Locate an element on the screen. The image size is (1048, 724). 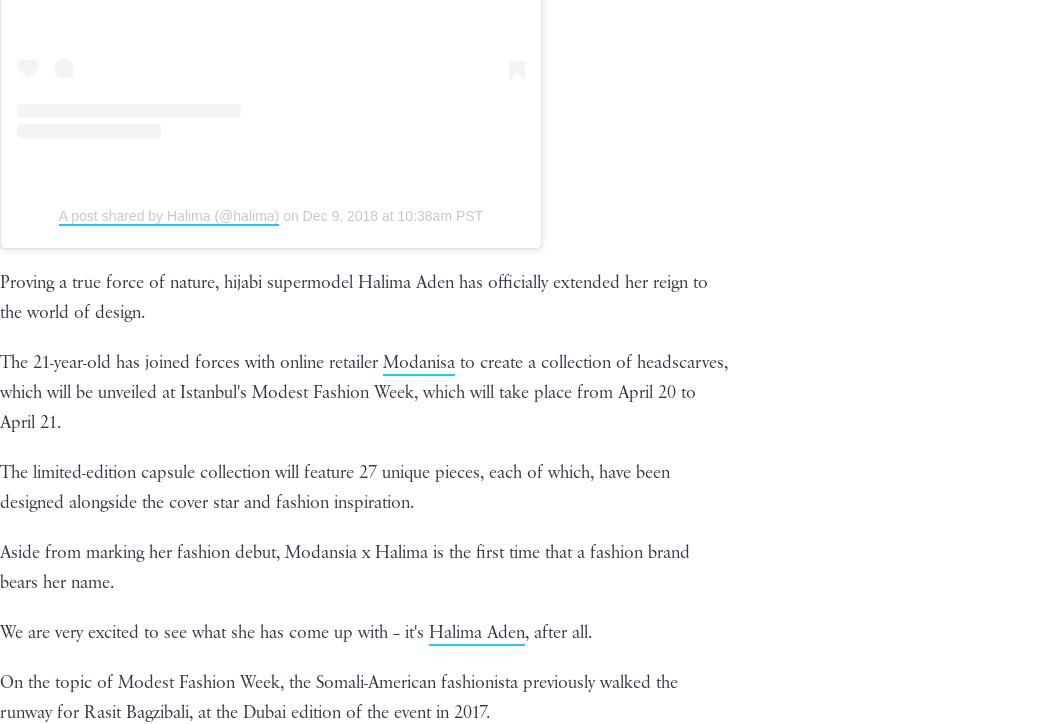
'The 21-year-old has joined forces with online retailer' is located at coordinates (0, 362).